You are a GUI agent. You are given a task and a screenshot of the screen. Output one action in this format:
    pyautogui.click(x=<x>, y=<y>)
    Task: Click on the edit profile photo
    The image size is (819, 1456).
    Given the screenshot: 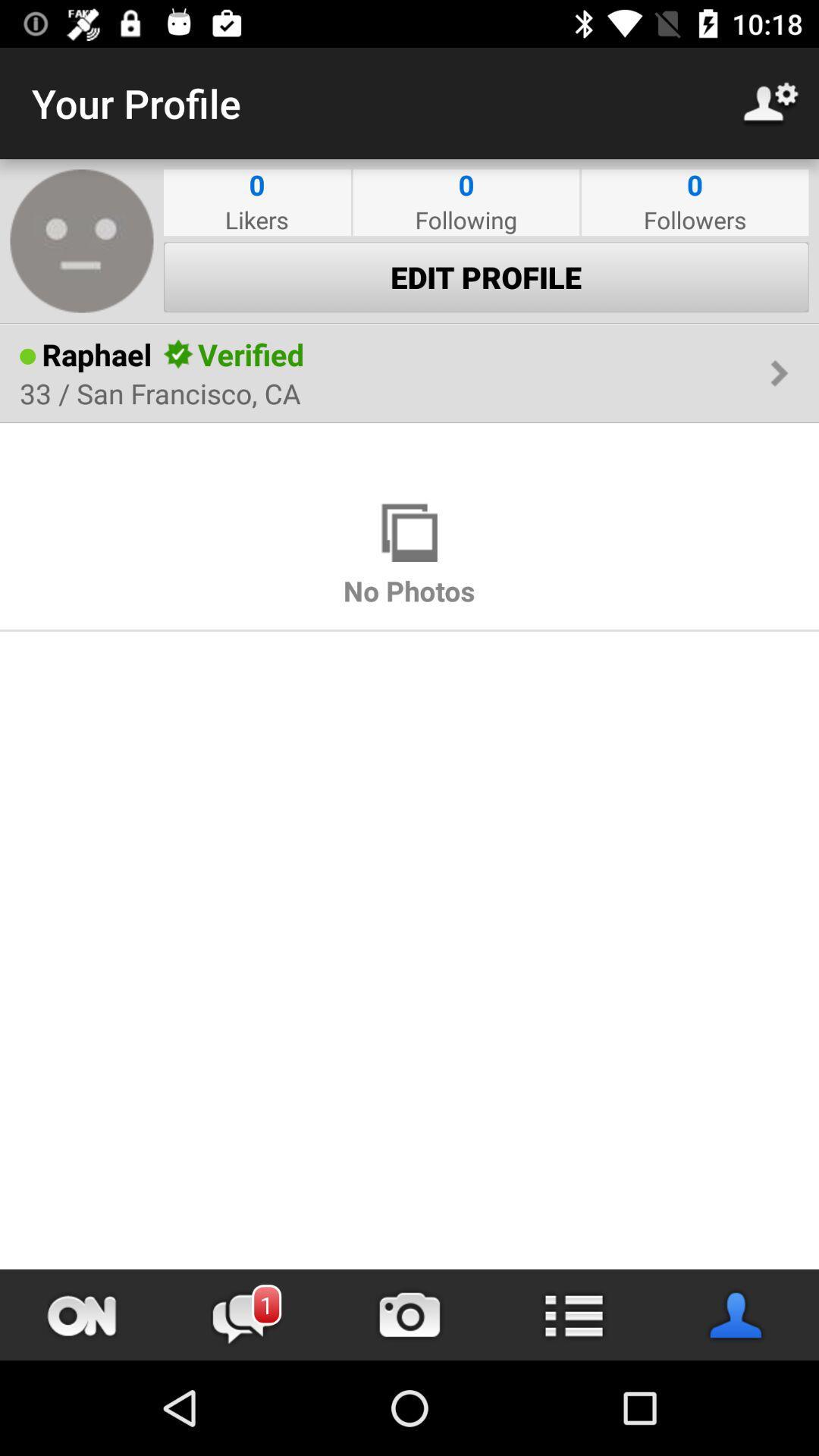 What is the action you would take?
    pyautogui.click(x=82, y=240)
    